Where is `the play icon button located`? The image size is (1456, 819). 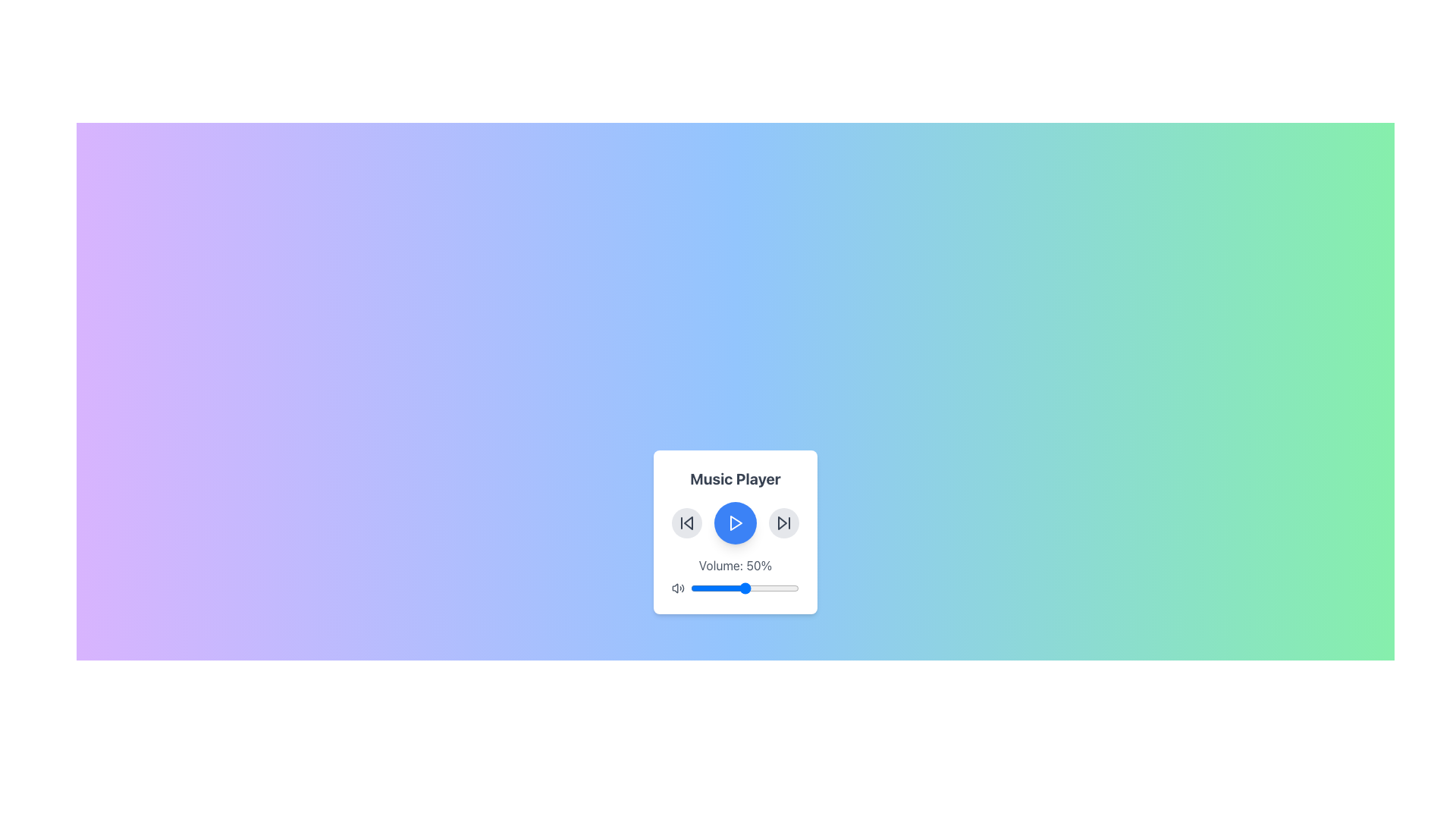
the play icon button located is located at coordinates (736, 522).